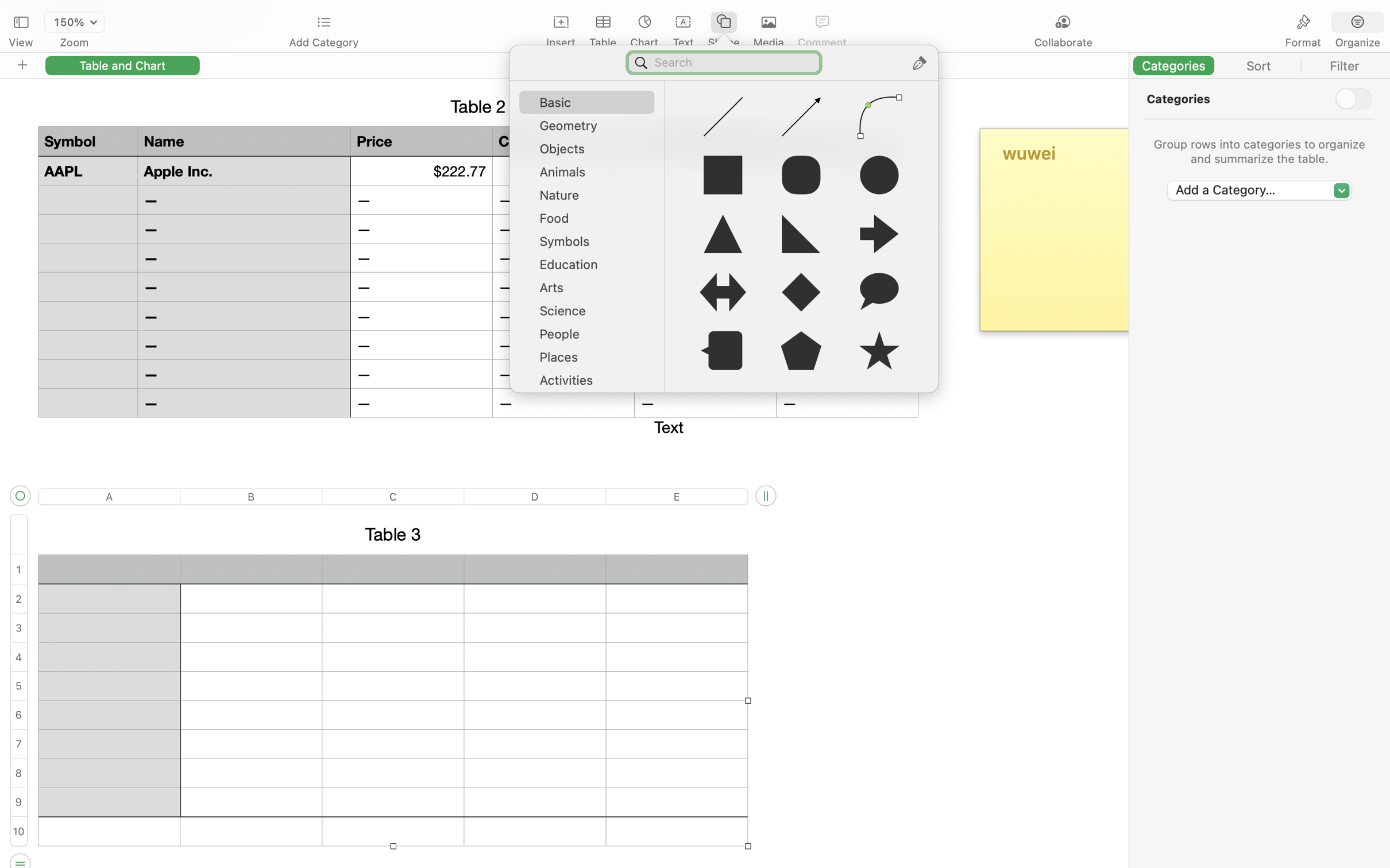  I want to click on 'Food', so click(591, 222).